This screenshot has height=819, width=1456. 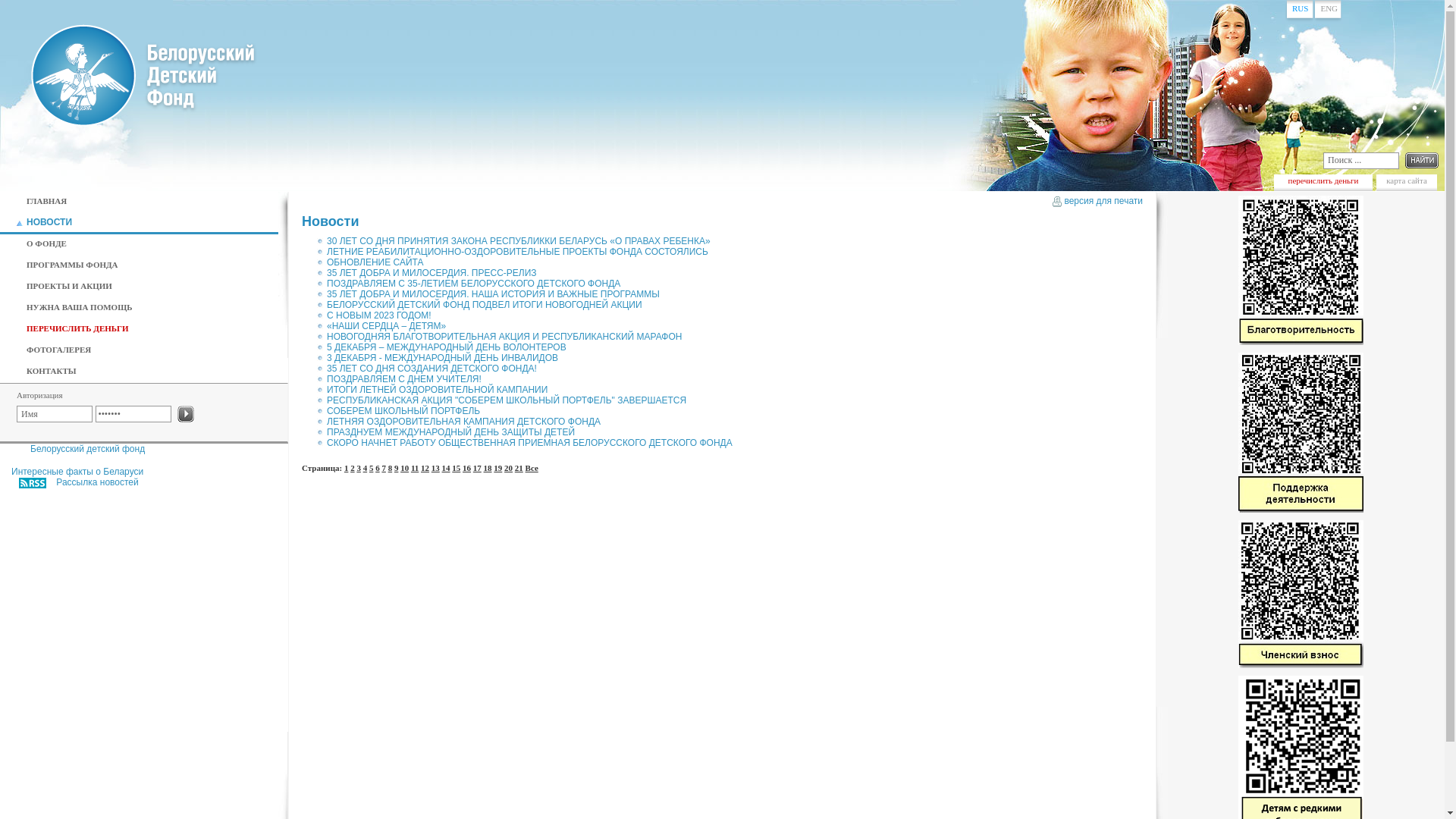 What do you see at coordinates (390, 463) in the screenshot?
I see `'8'` at bounding box center [390, 463].